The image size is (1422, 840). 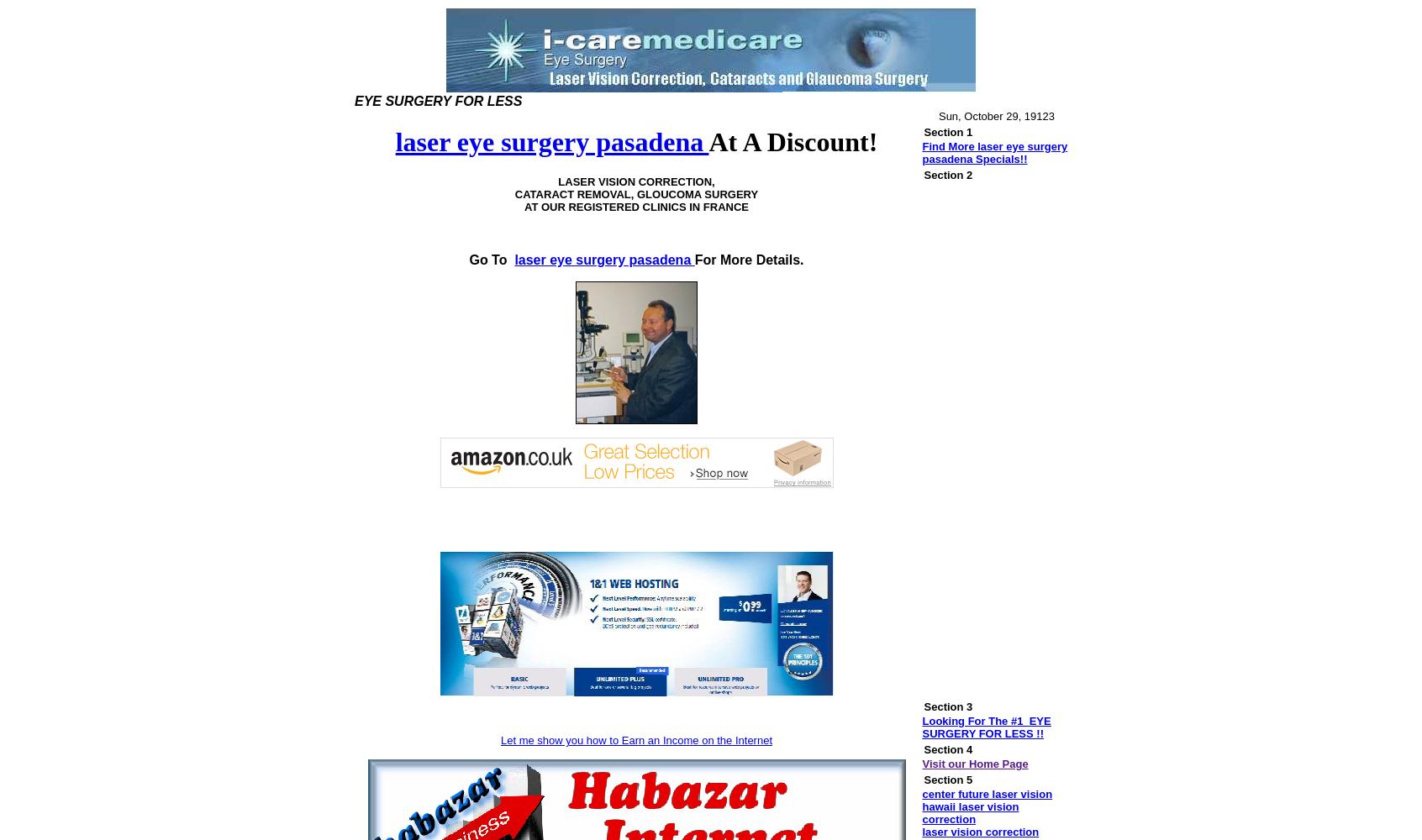 I want to click on 'Sun, October 29, 19123', so click(x=995, y=116).